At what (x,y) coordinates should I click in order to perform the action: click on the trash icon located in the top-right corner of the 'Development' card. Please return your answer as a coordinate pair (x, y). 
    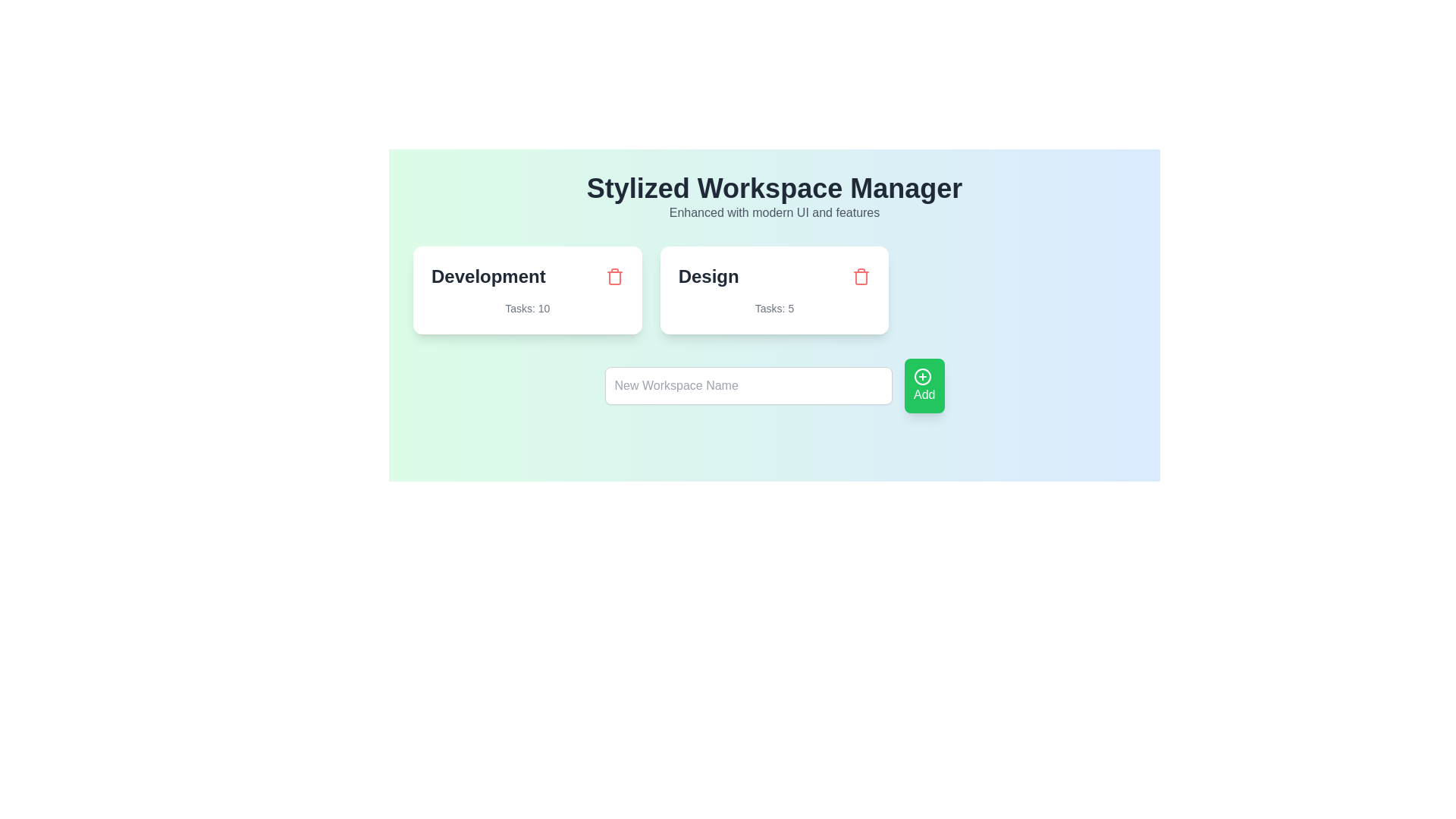
    Looking at the image, I should click on (614, 277).